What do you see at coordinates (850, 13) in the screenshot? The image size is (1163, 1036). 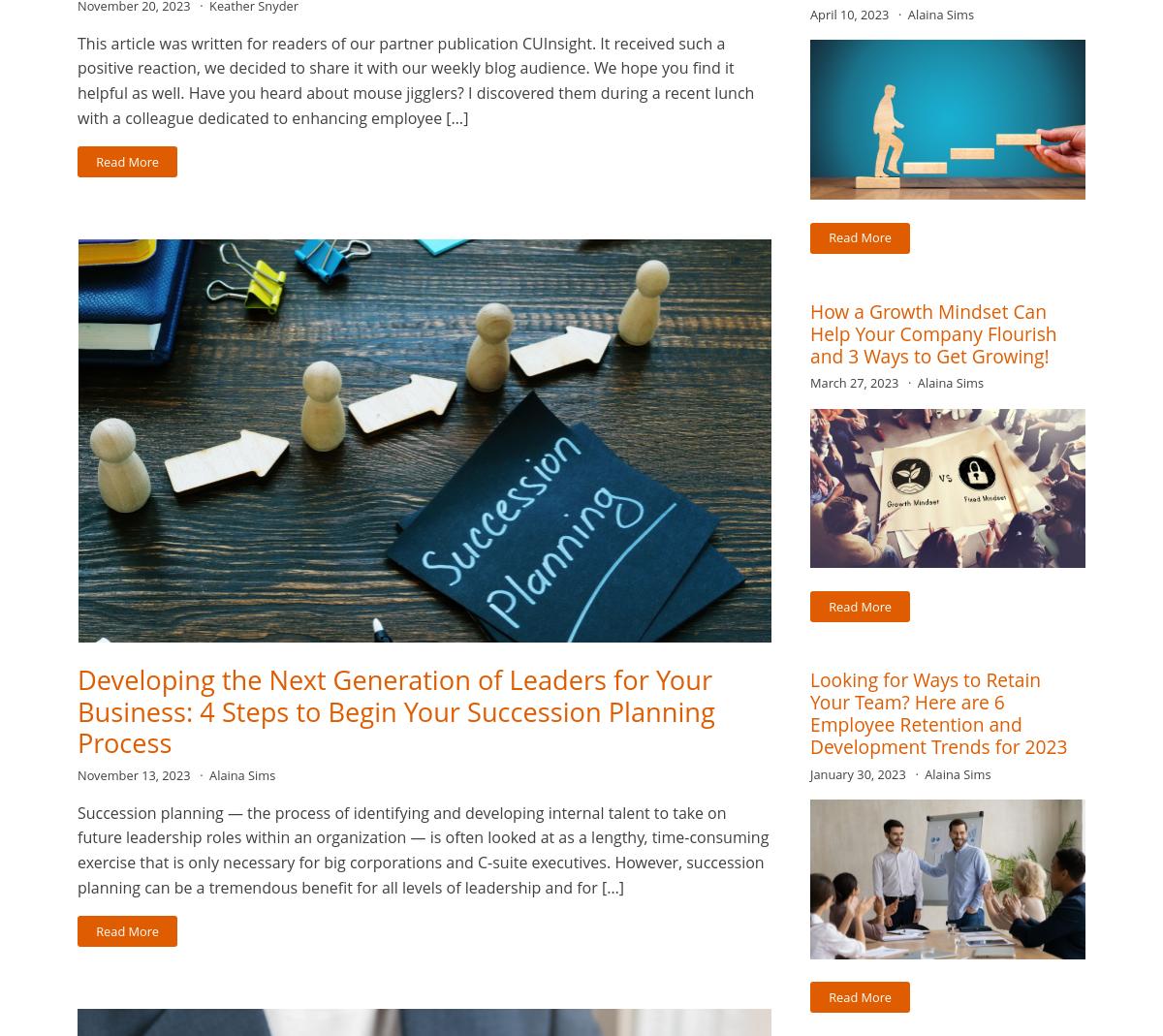 I see `'April 10, 2023'` at bounding box center [850, 13].